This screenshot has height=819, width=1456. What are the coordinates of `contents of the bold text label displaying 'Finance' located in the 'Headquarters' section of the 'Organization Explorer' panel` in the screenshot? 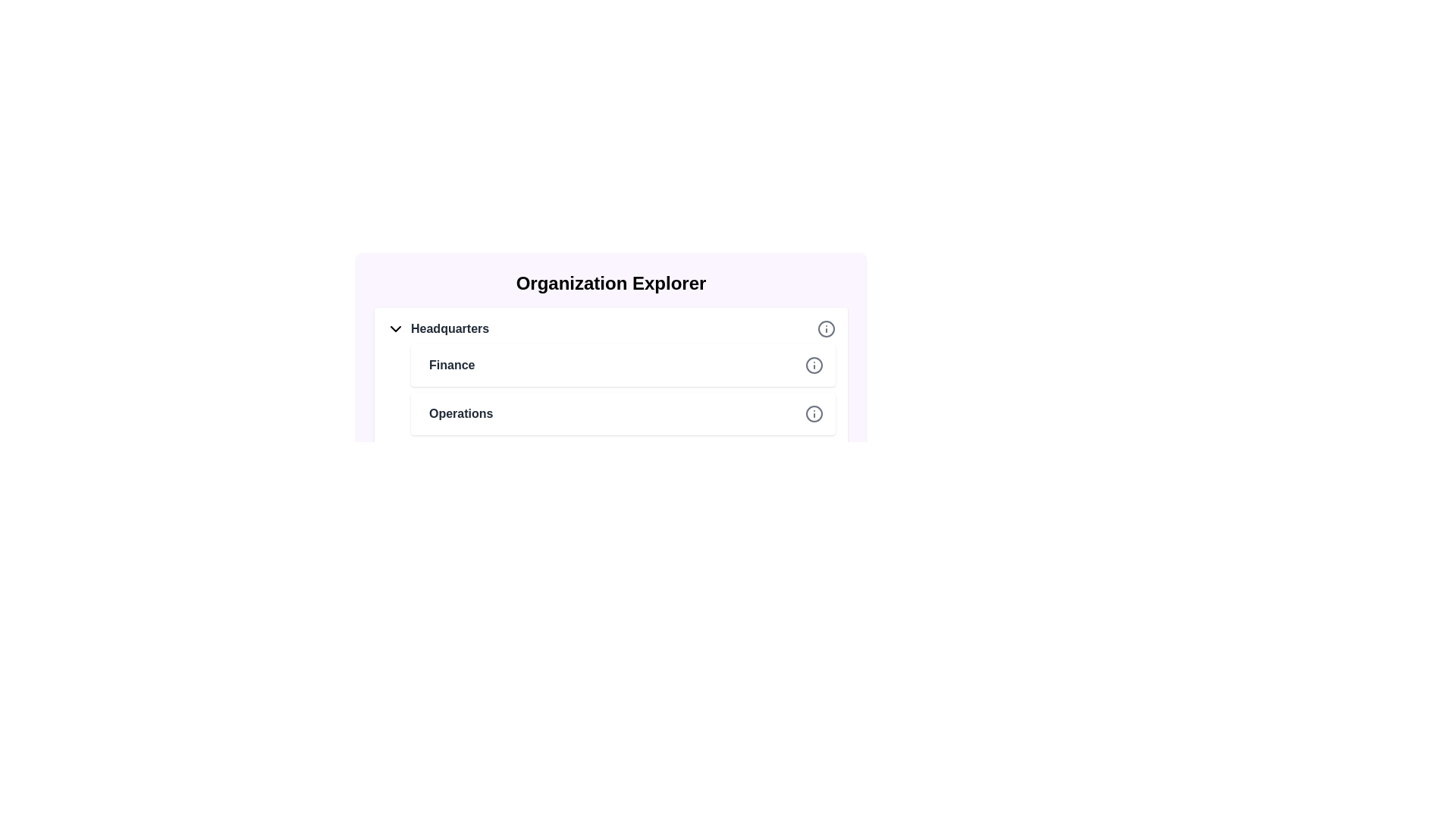 It's located at (451, 366).